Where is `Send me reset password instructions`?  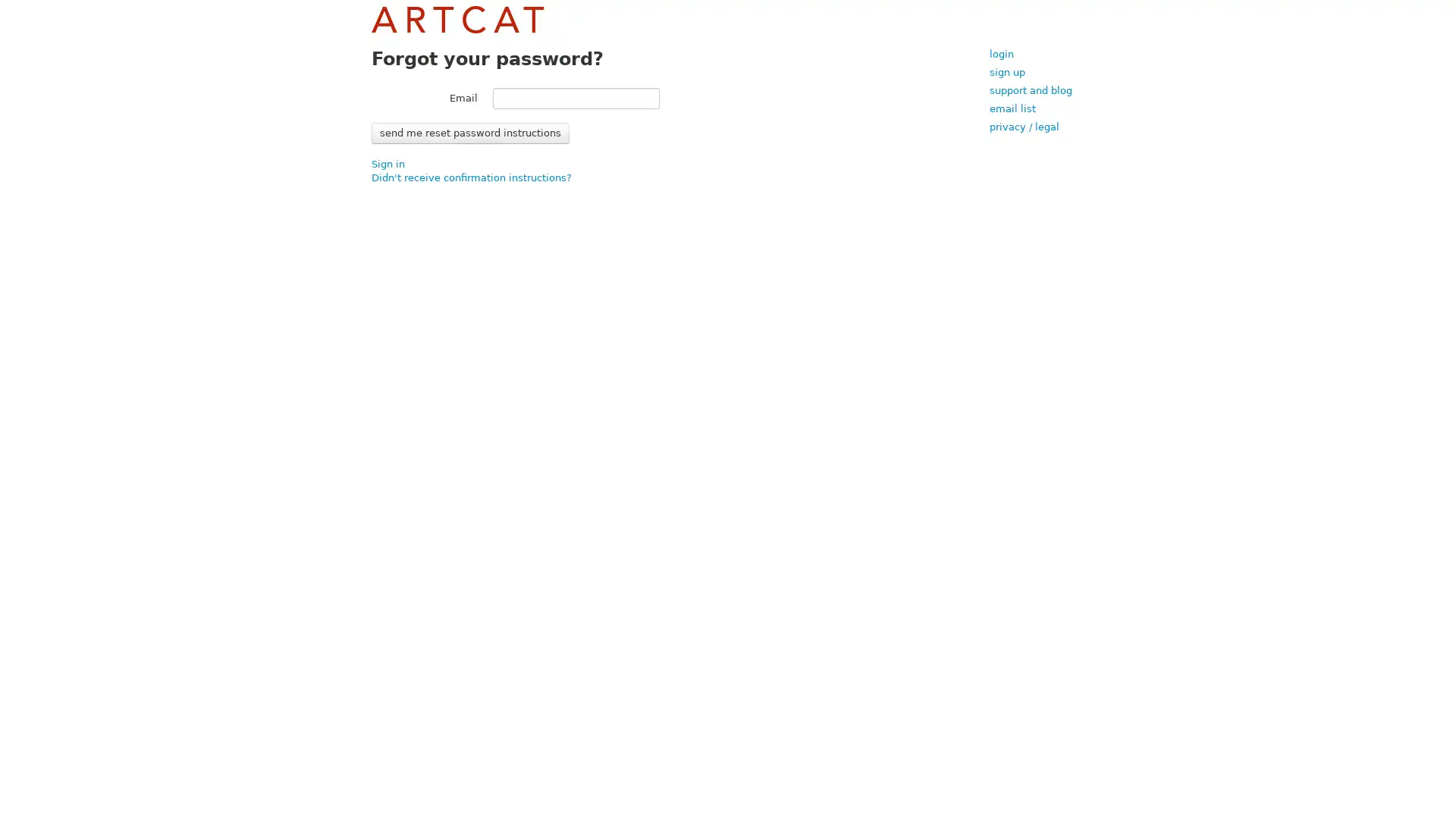
Send me reset password instructions is located at coordinates (469, 133).